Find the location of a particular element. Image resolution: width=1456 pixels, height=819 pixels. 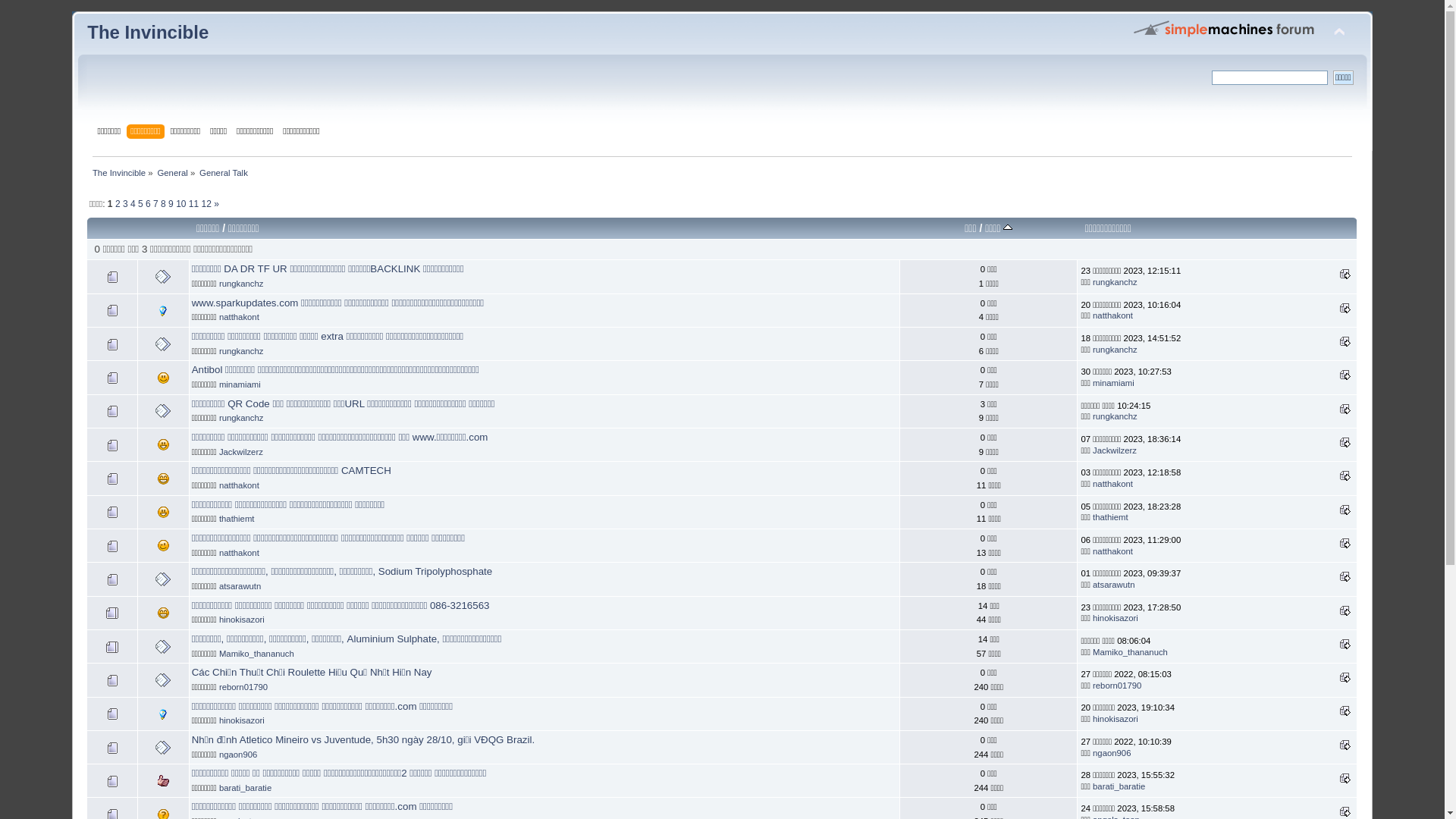

'5' is located at coordinates (140, 203).